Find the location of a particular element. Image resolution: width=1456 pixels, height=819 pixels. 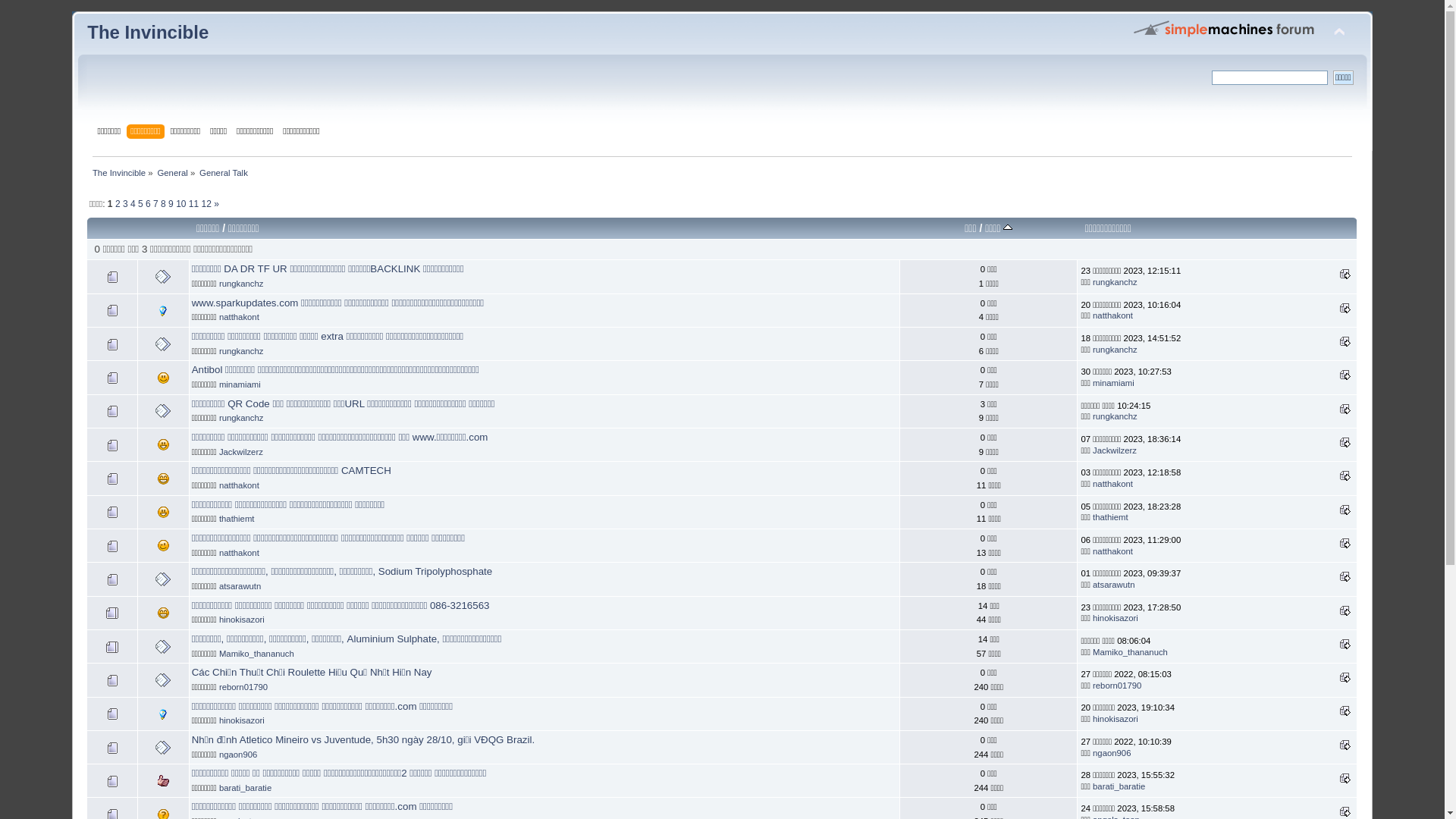

'5' is located at coordinates (140, 203).